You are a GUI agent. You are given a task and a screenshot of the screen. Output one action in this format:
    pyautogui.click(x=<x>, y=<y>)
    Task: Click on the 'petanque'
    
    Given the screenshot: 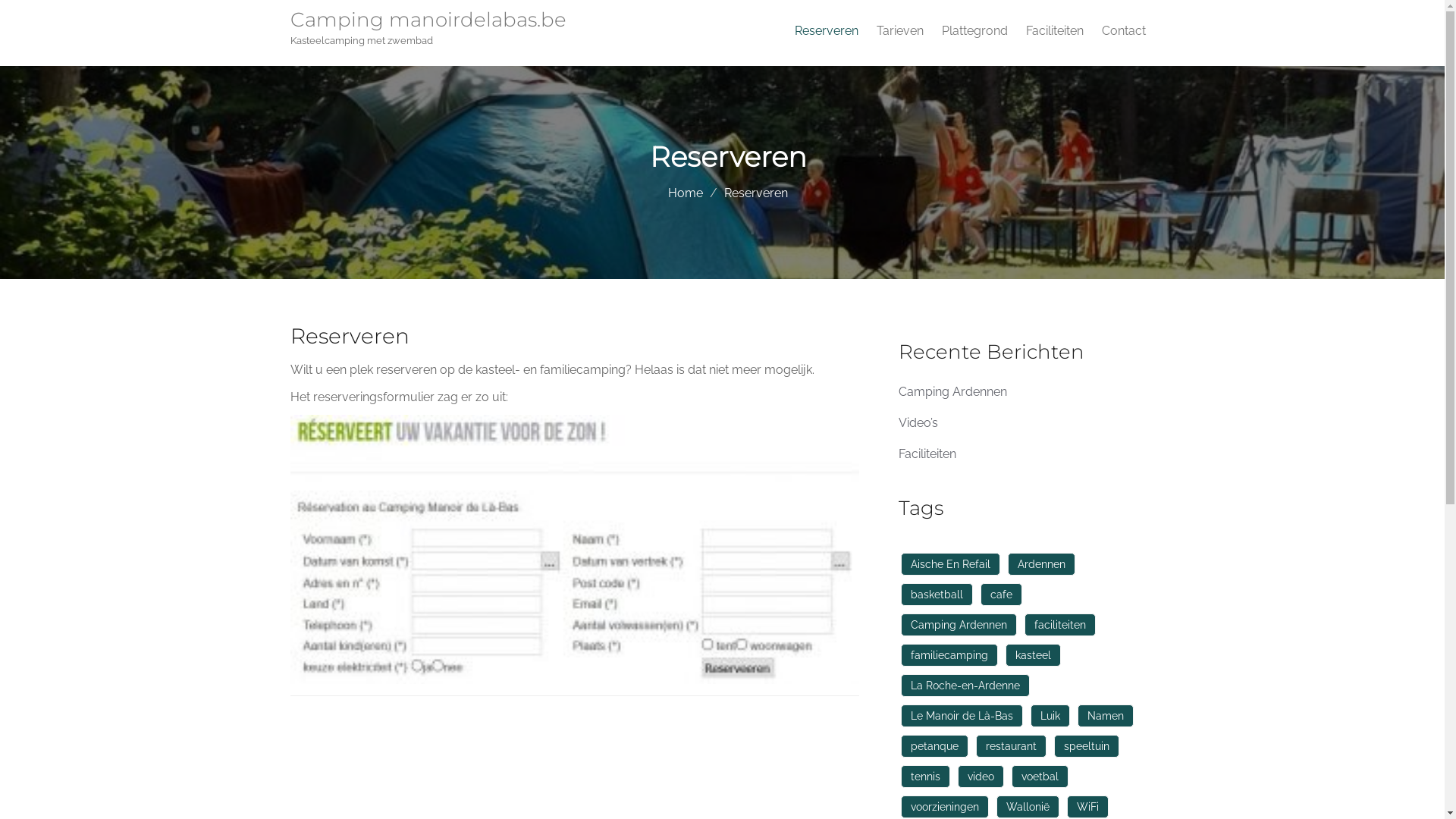 What is the action you would take?
    pyautogui.click(x=934, y=745)
    